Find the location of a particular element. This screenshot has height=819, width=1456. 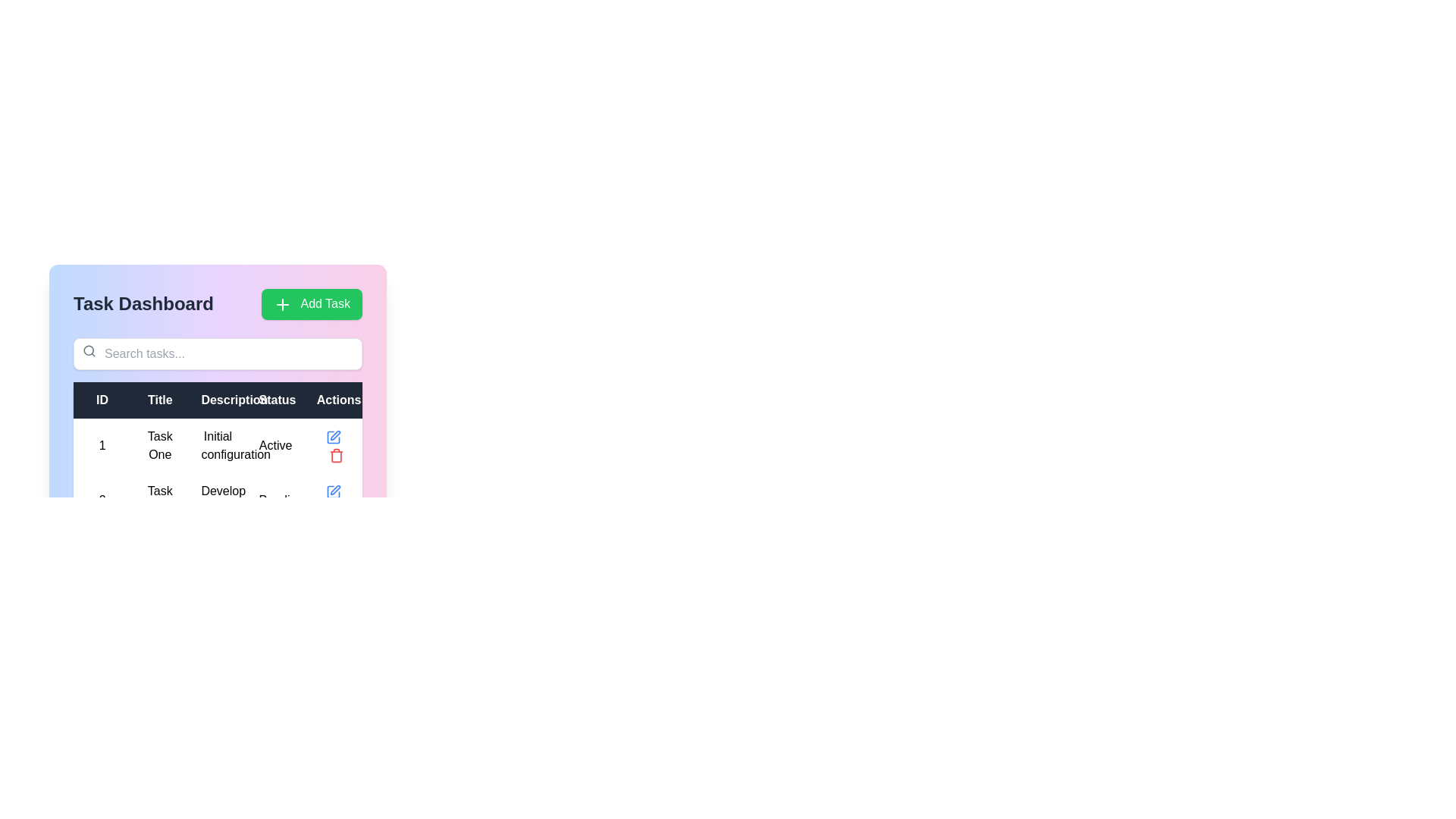

the text label displaying 'Status', which is the fourth column header in the table, positioned between 'Description' and 'Actions' is located at coordinates (275, 399).